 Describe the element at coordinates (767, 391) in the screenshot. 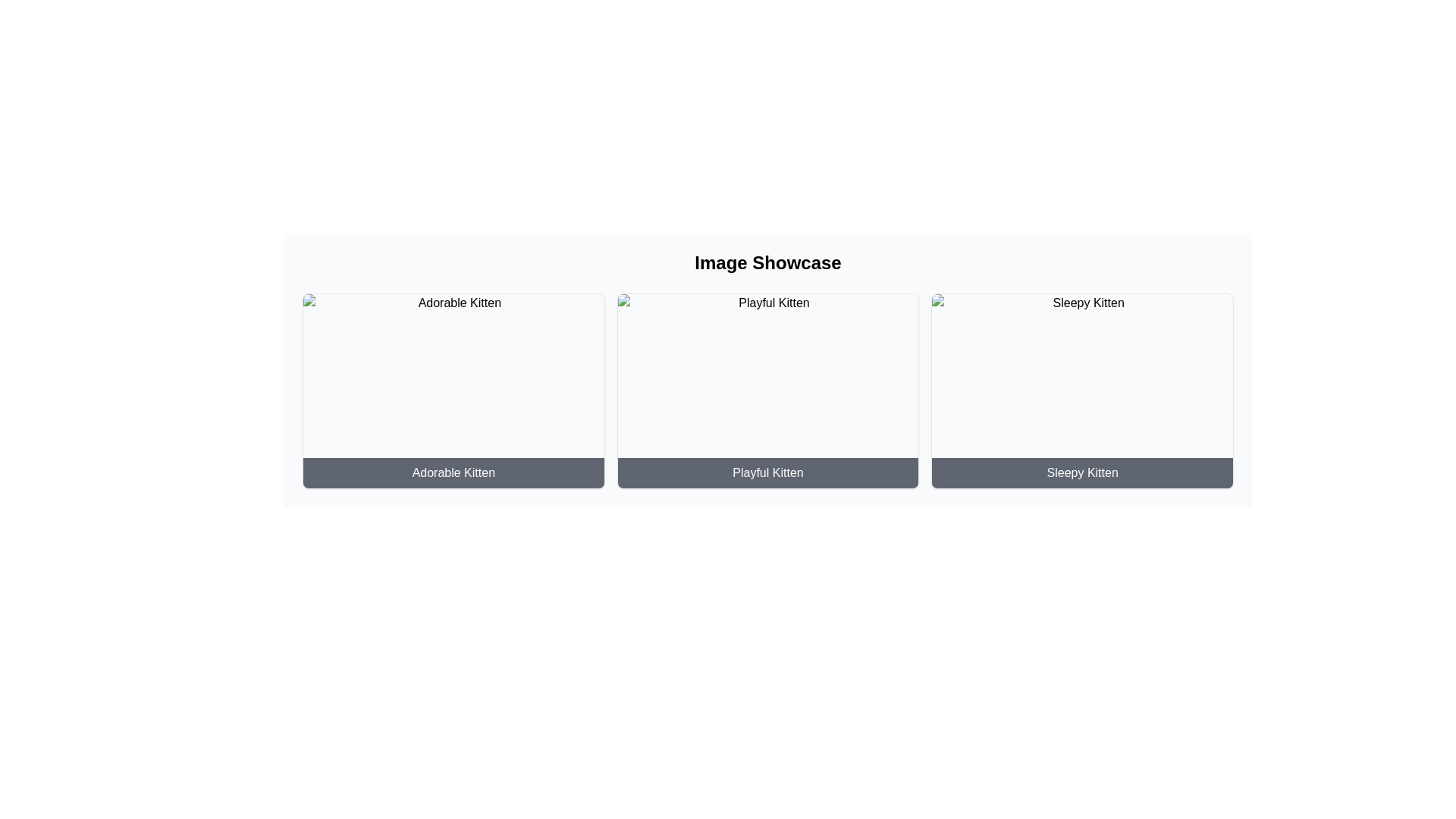

I see `the 'Playful Kitten' display card, which is the second item in a grid layout of three images` at that location.